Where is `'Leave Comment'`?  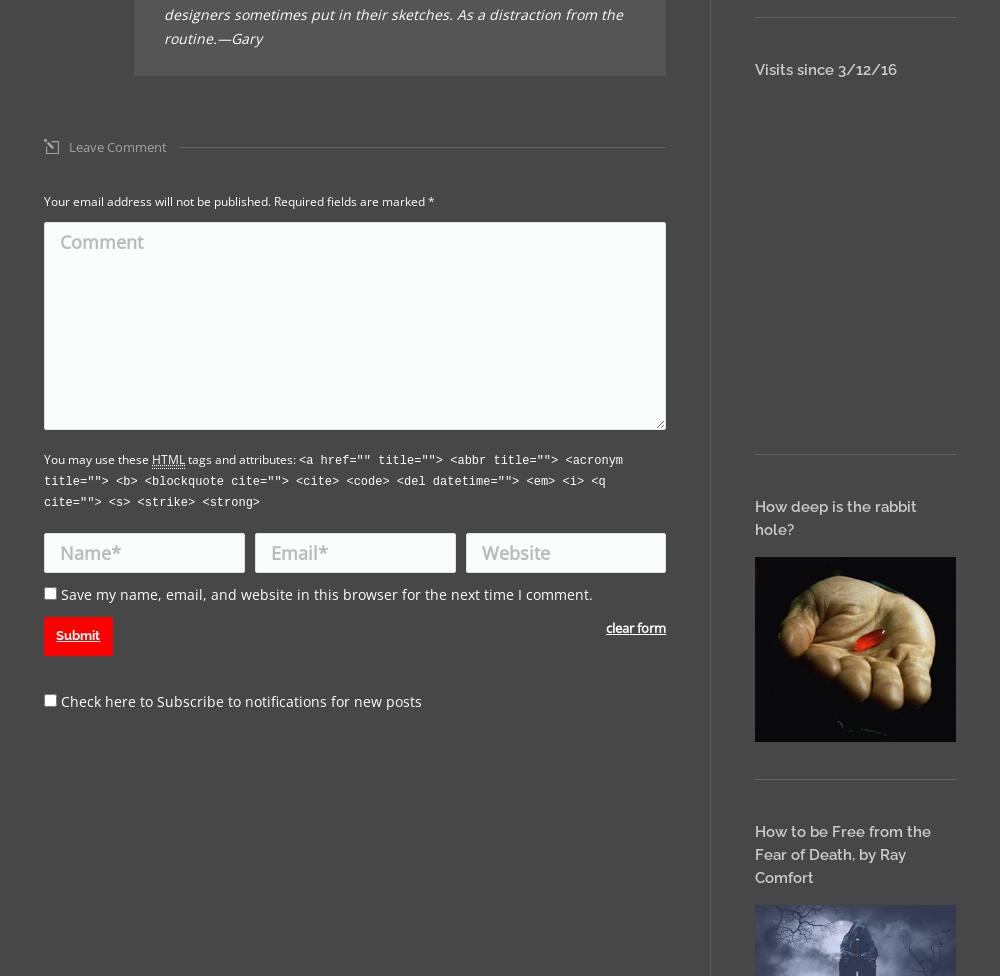 'Leave Comment' is located at coordinates (117, 145).